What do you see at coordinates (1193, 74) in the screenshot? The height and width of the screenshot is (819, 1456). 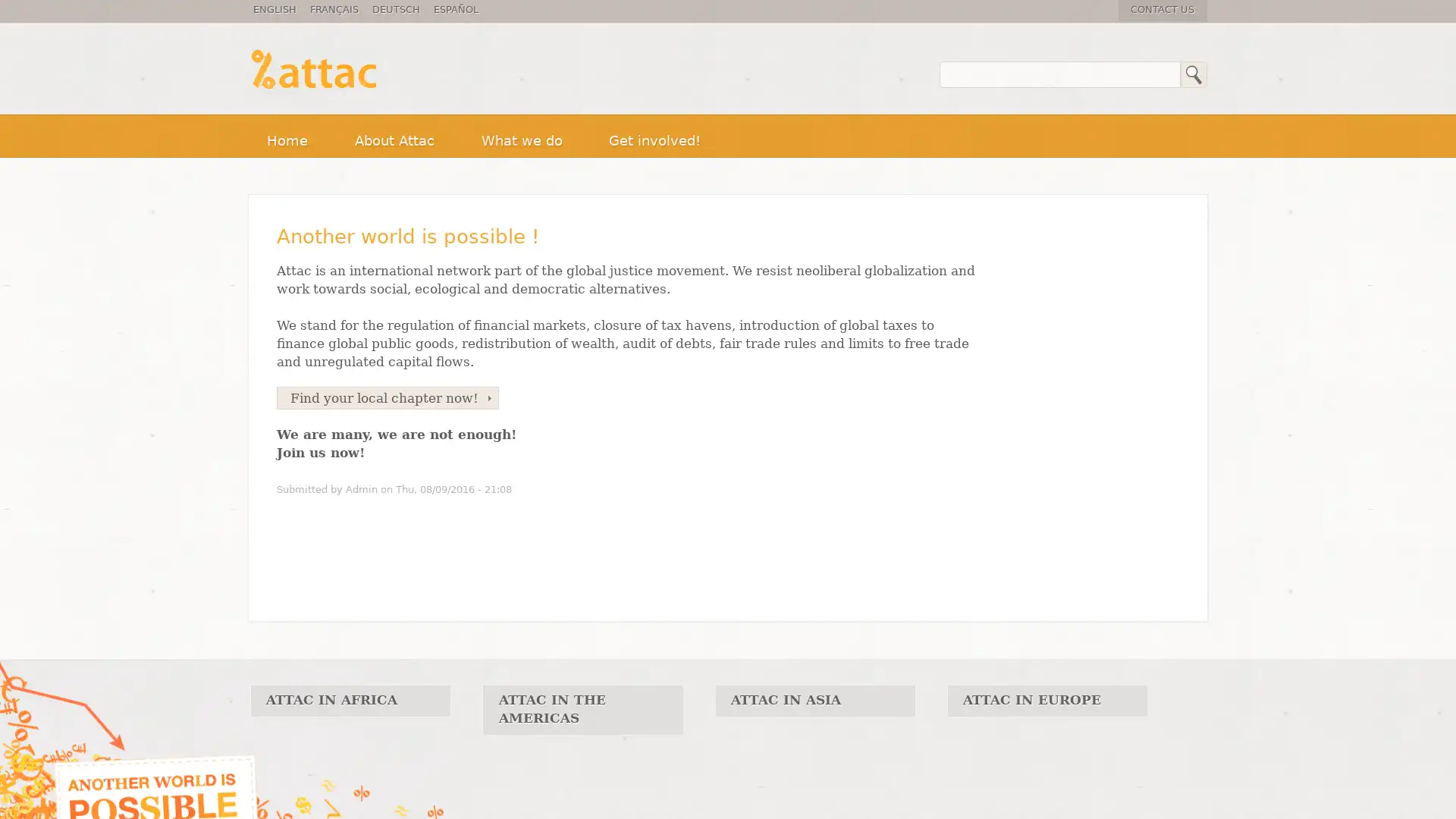 I see `Search` at bounding box center [1193, 74].